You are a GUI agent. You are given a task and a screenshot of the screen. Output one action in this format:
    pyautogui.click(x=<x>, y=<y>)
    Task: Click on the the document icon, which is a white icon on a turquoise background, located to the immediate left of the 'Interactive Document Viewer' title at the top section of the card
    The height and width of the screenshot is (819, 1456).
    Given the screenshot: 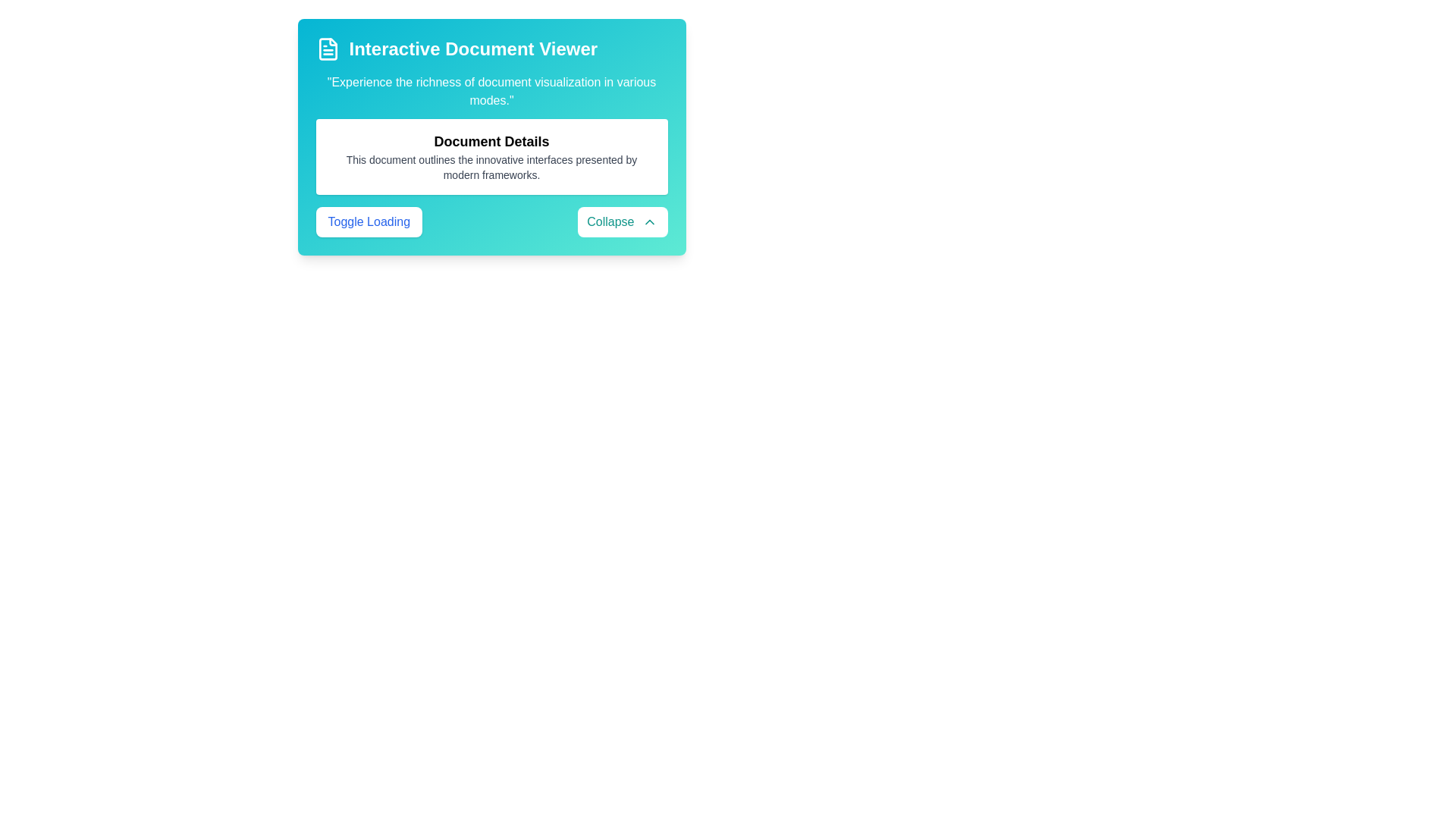 What is the action you would take?
    pyautogui.click(x=327, y=49)
    